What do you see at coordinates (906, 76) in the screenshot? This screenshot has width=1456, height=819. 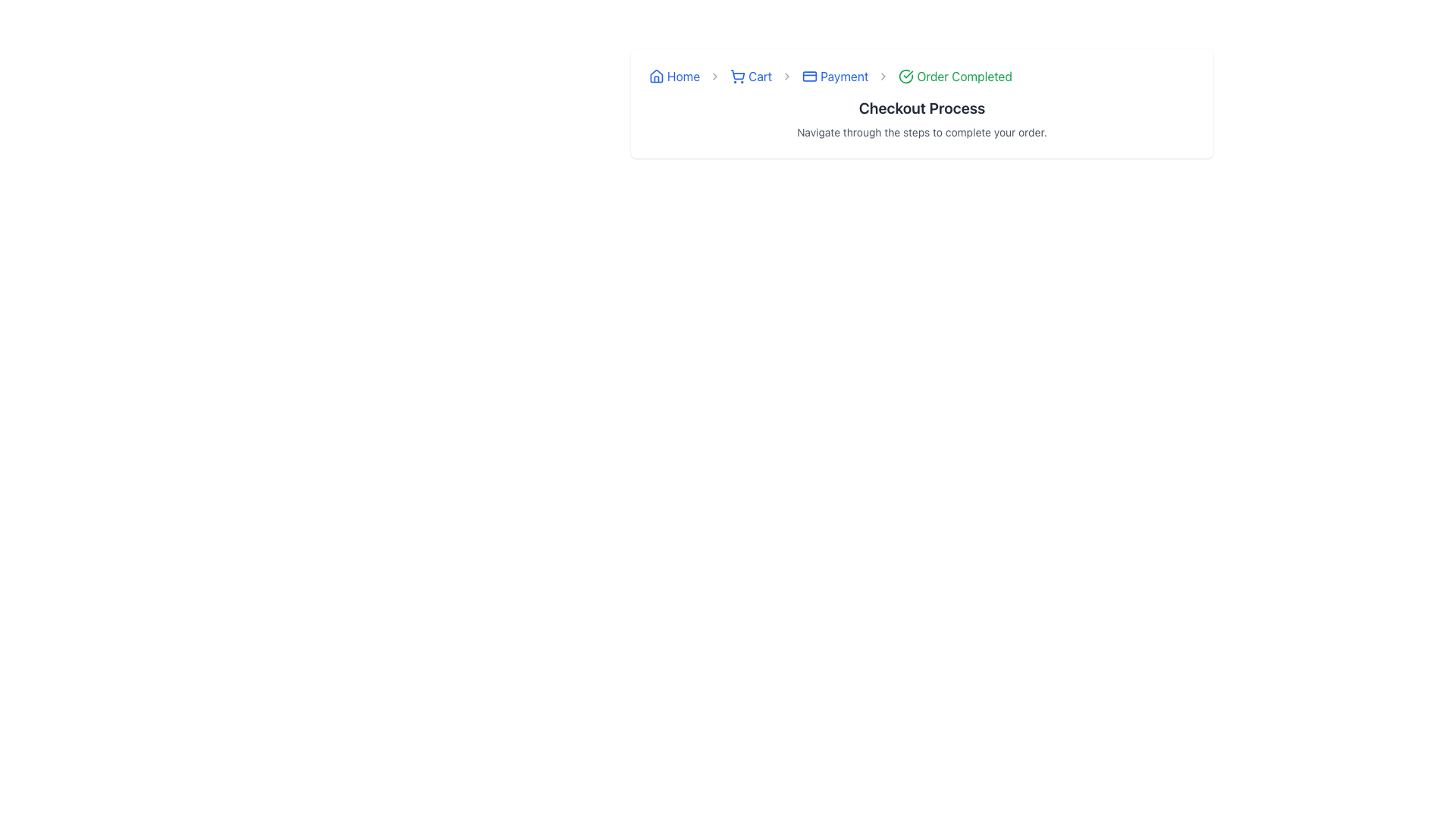 I see `the circular icon with a checkmark inside` at bounding box center [906, 76].